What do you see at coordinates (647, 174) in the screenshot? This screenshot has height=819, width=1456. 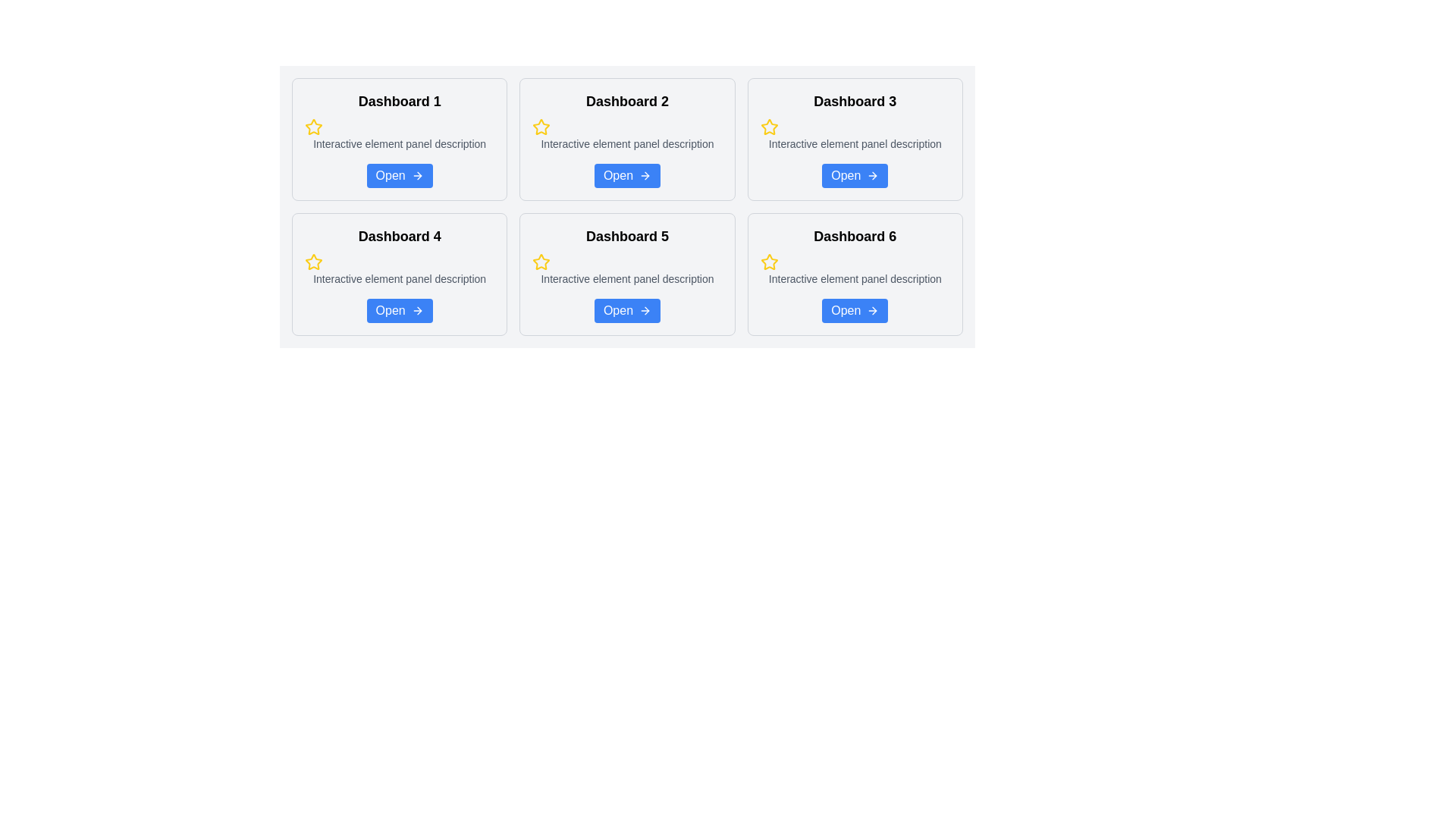 I see `the right-pointing arrow icon within the 'Open' button of the second dashboard in the first row of the grid layout` at bounding box center [647, 174].